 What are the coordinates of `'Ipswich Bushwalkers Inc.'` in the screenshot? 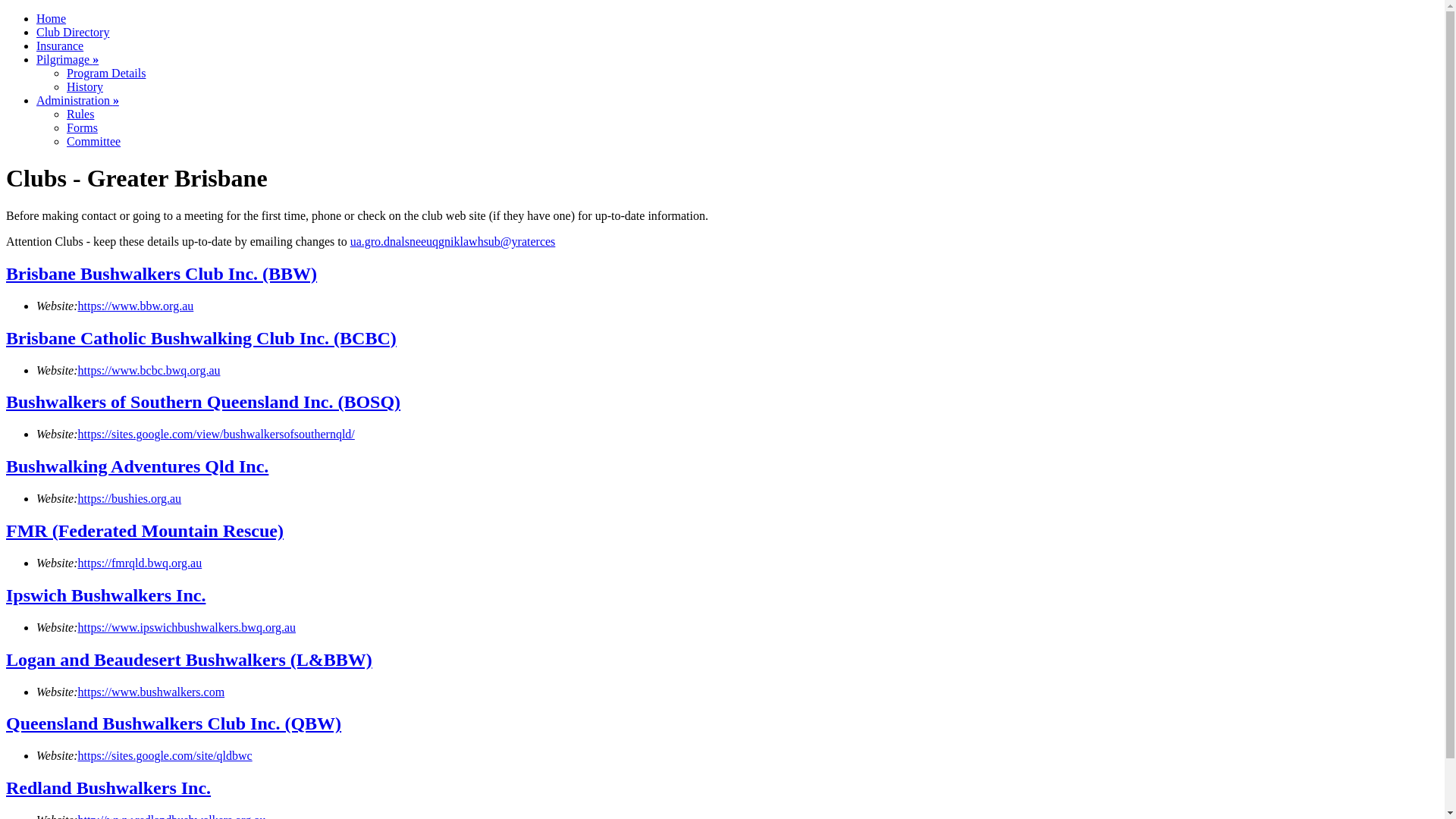 It's located at (6, 595).